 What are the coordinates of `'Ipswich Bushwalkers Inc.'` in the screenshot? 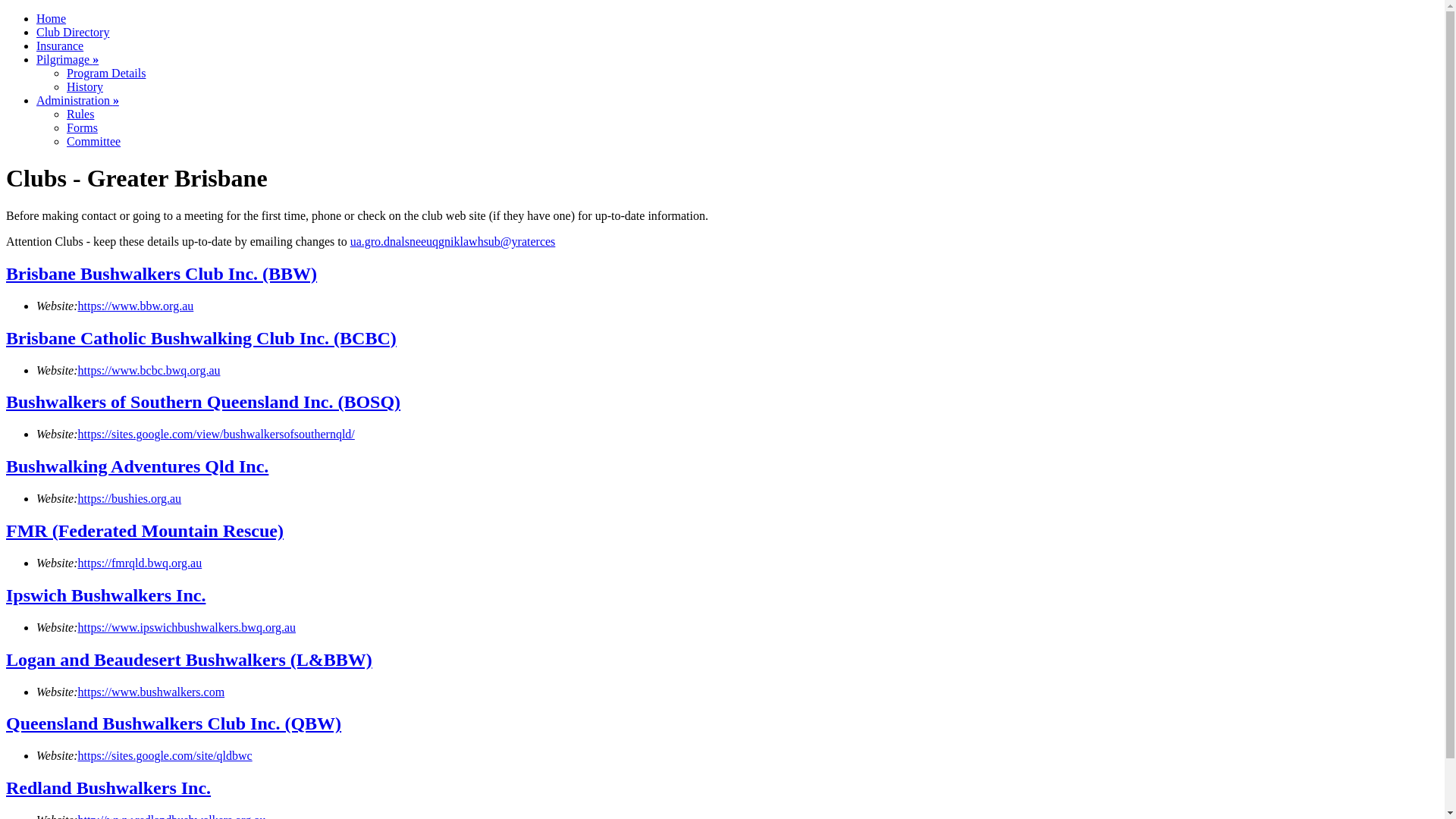 It's located at (6, 595).